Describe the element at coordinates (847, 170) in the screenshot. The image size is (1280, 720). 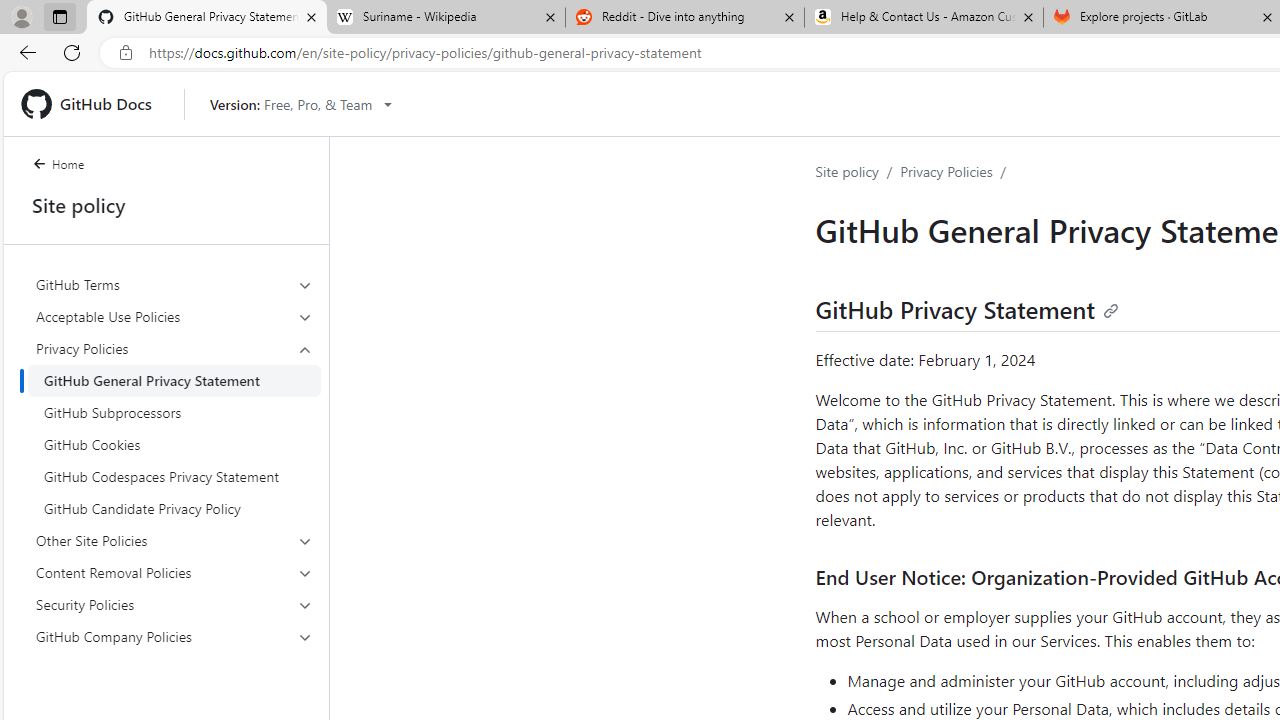
I see `'Site policy'` at that location.